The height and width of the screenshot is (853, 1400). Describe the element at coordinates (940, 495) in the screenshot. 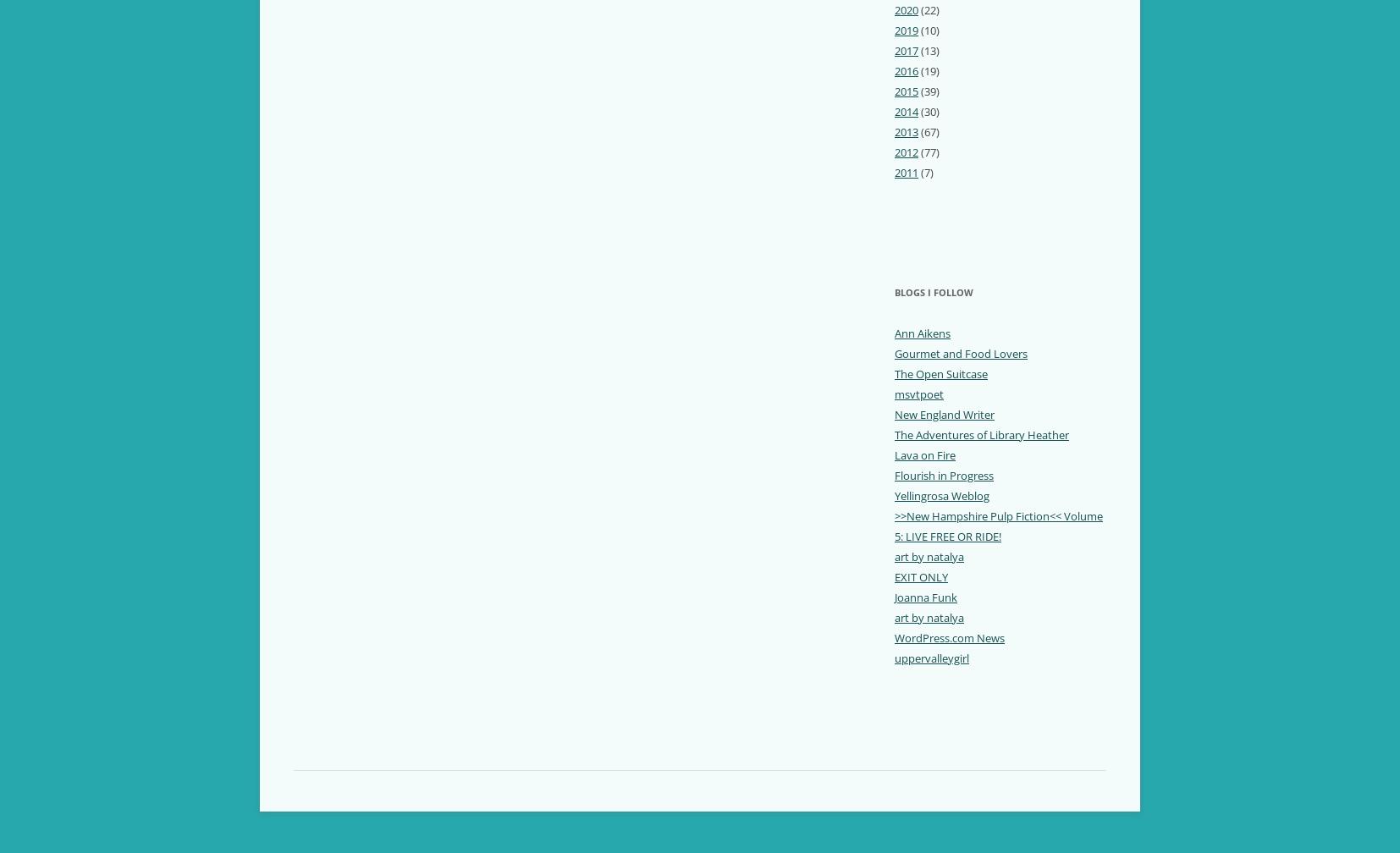

I see `'Yellingrosa Weblog'` at that location.